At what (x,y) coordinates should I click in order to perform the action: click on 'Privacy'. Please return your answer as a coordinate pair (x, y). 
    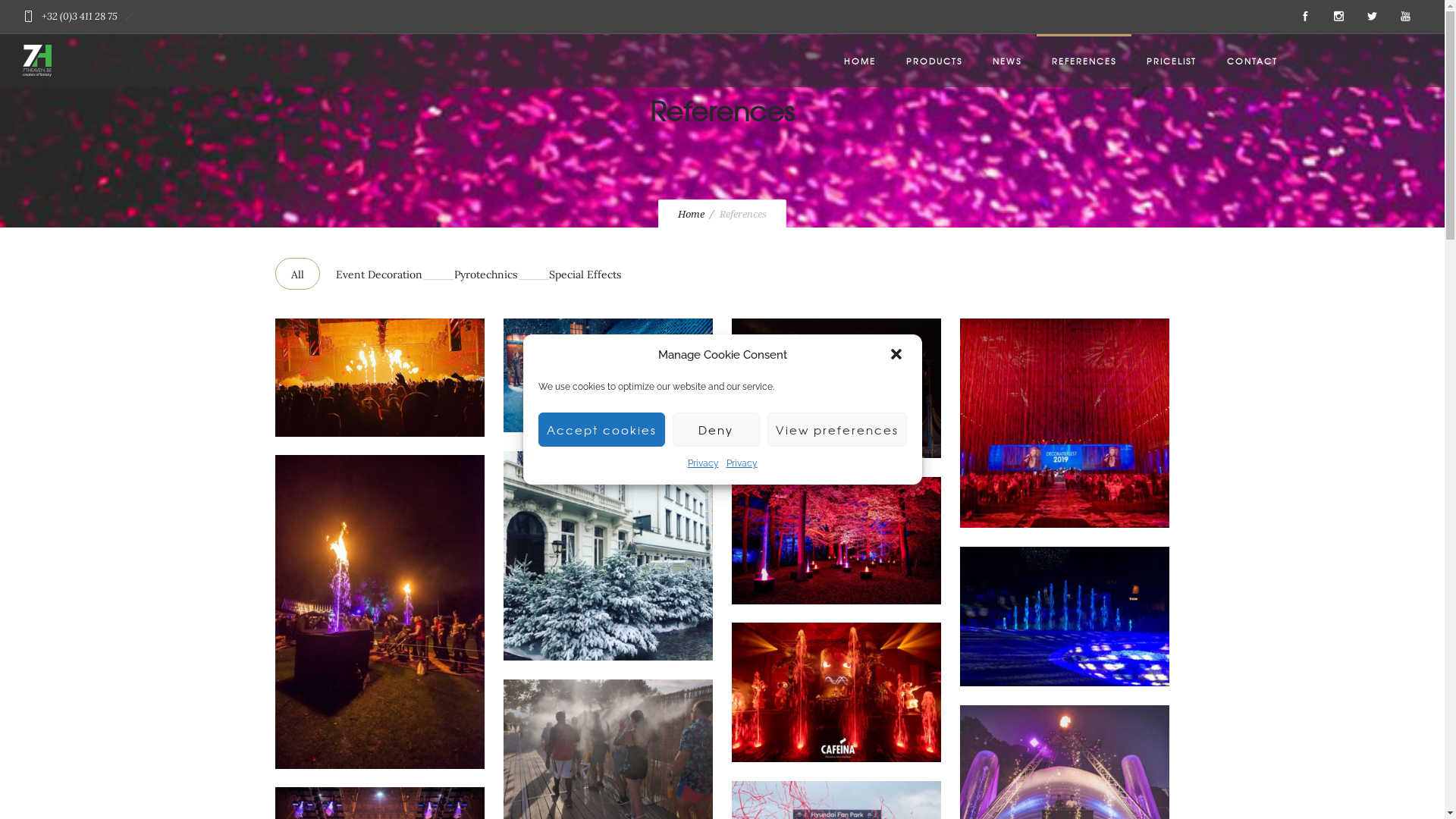
    Looking at the image, I should click on (701, 463).